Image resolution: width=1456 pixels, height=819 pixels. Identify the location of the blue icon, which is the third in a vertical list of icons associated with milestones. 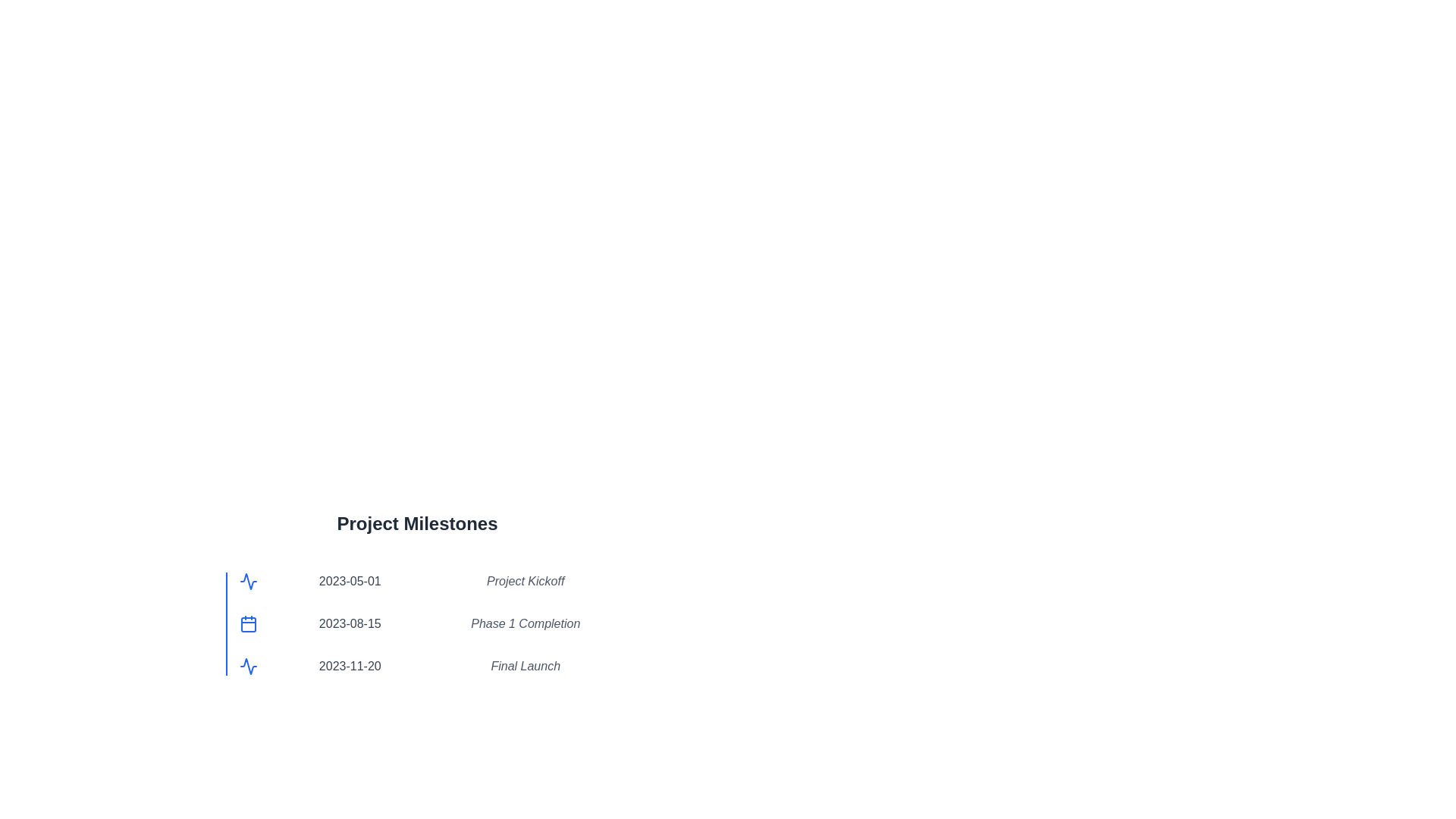
(248, 581).